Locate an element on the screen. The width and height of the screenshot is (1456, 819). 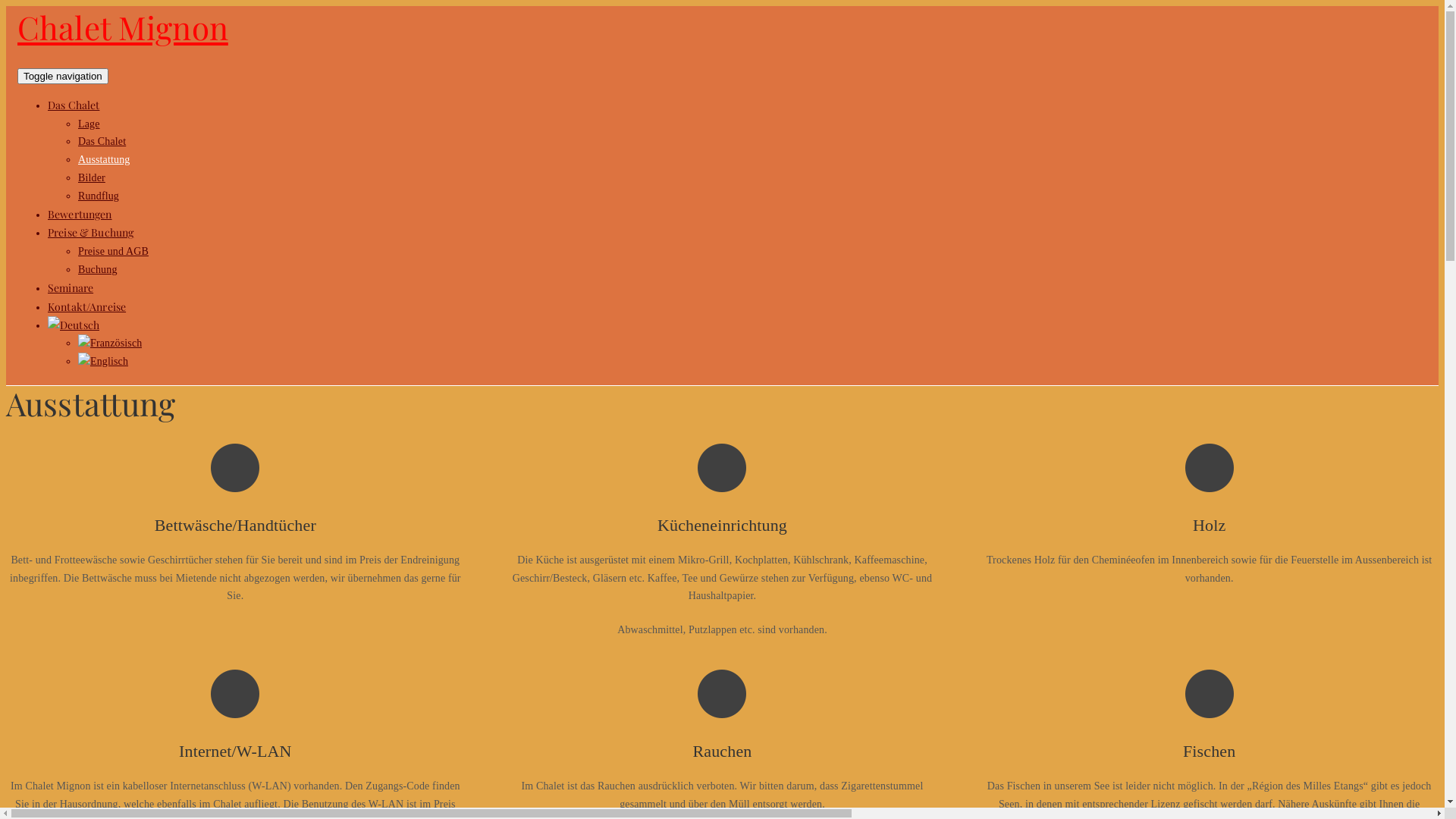
'Preise und AGB' is located at coordinates (112, 250).